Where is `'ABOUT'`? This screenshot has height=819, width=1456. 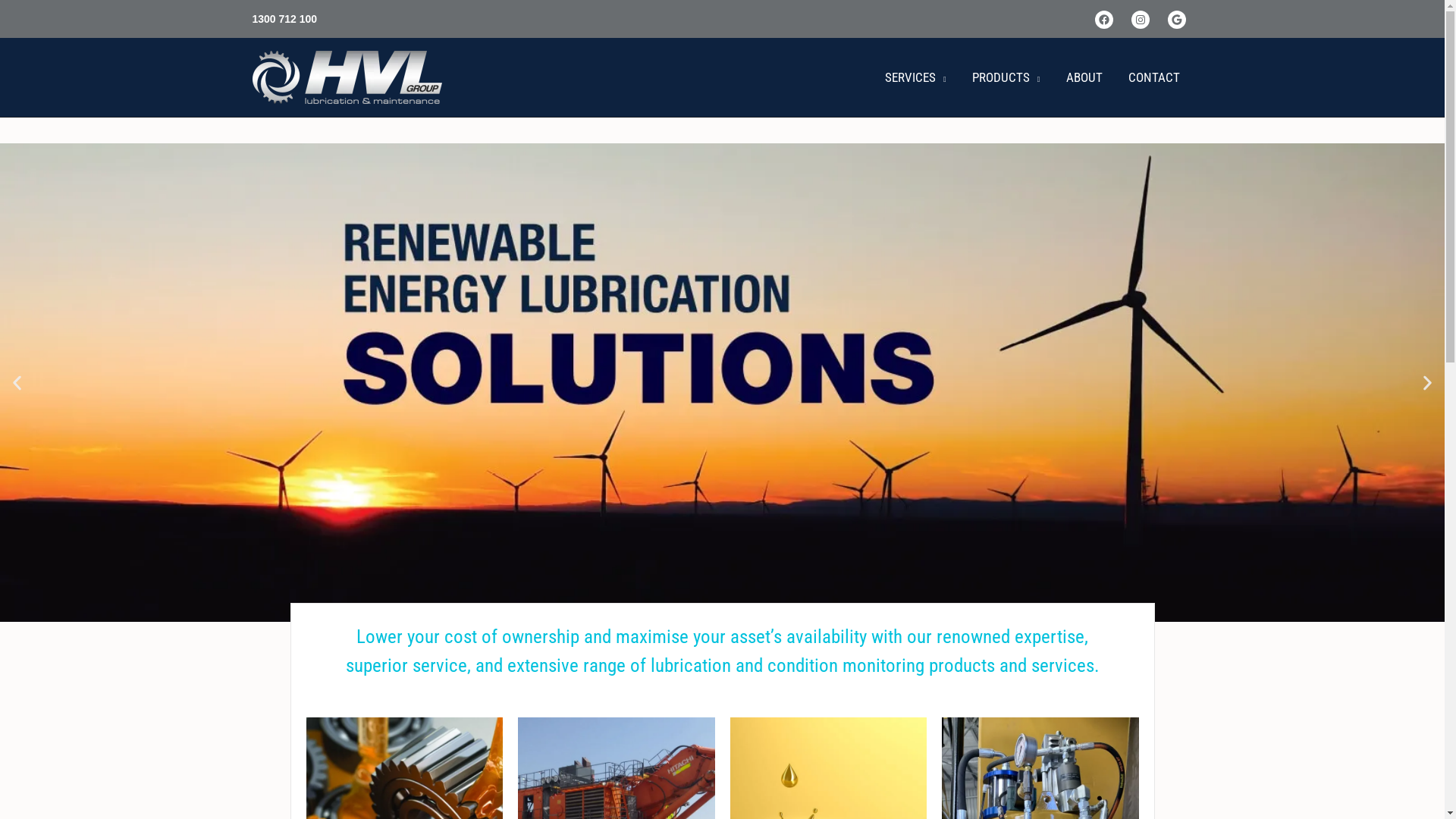 'ABOUT' is located at coordinates (1083, 77).